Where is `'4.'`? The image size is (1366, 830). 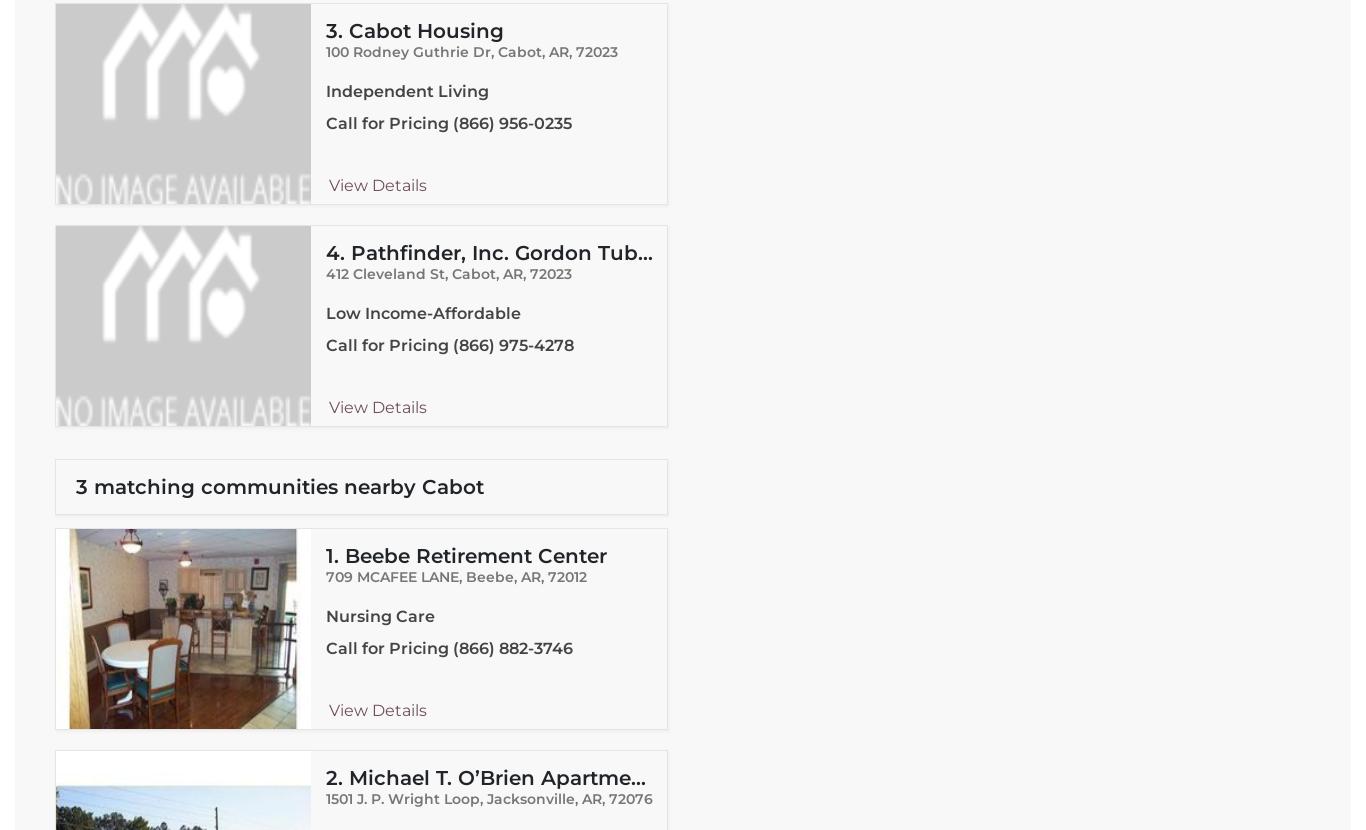
'4.' is located at coordinates (324, 252).